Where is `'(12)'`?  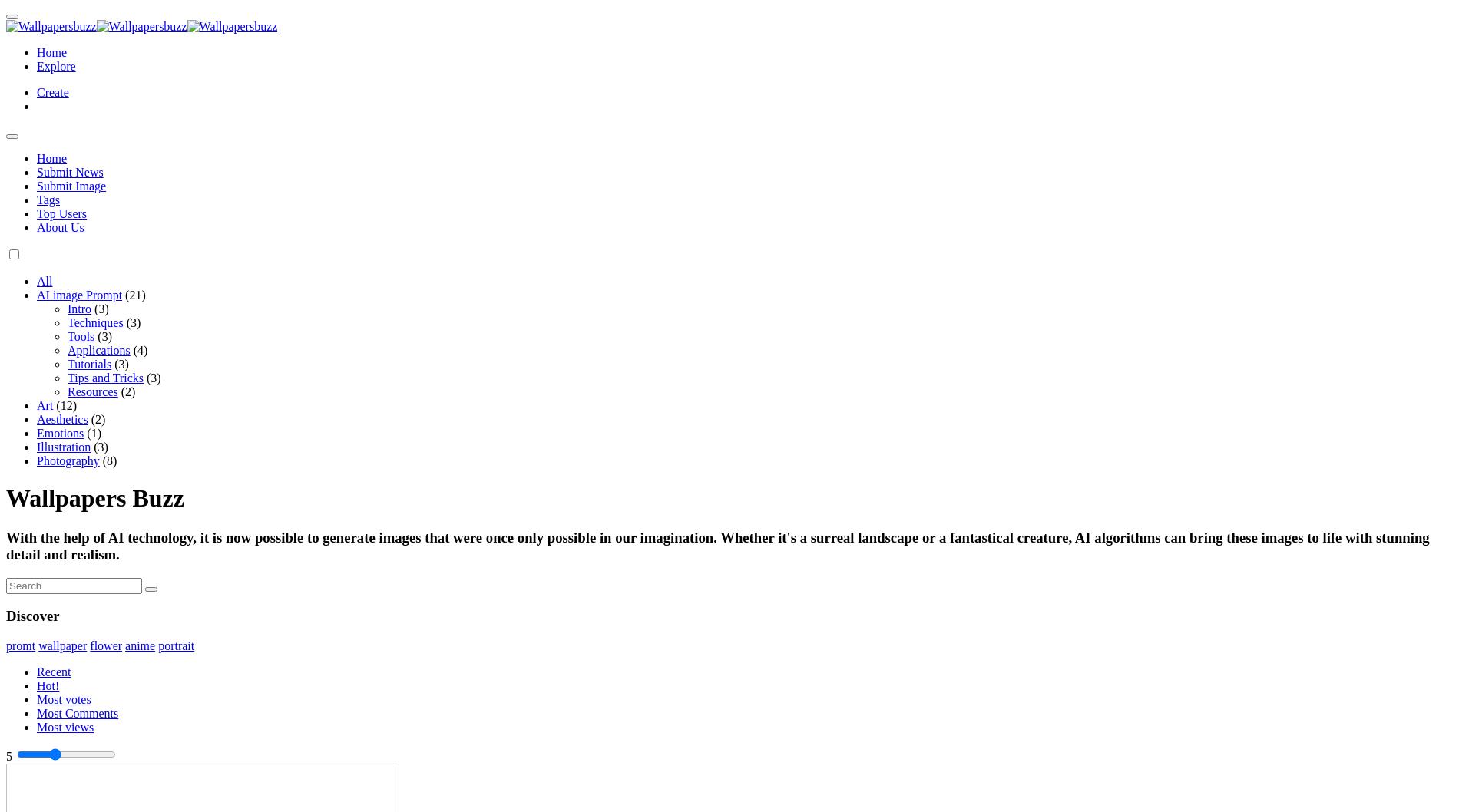 '(12)' is located at coordinates (66, 404).